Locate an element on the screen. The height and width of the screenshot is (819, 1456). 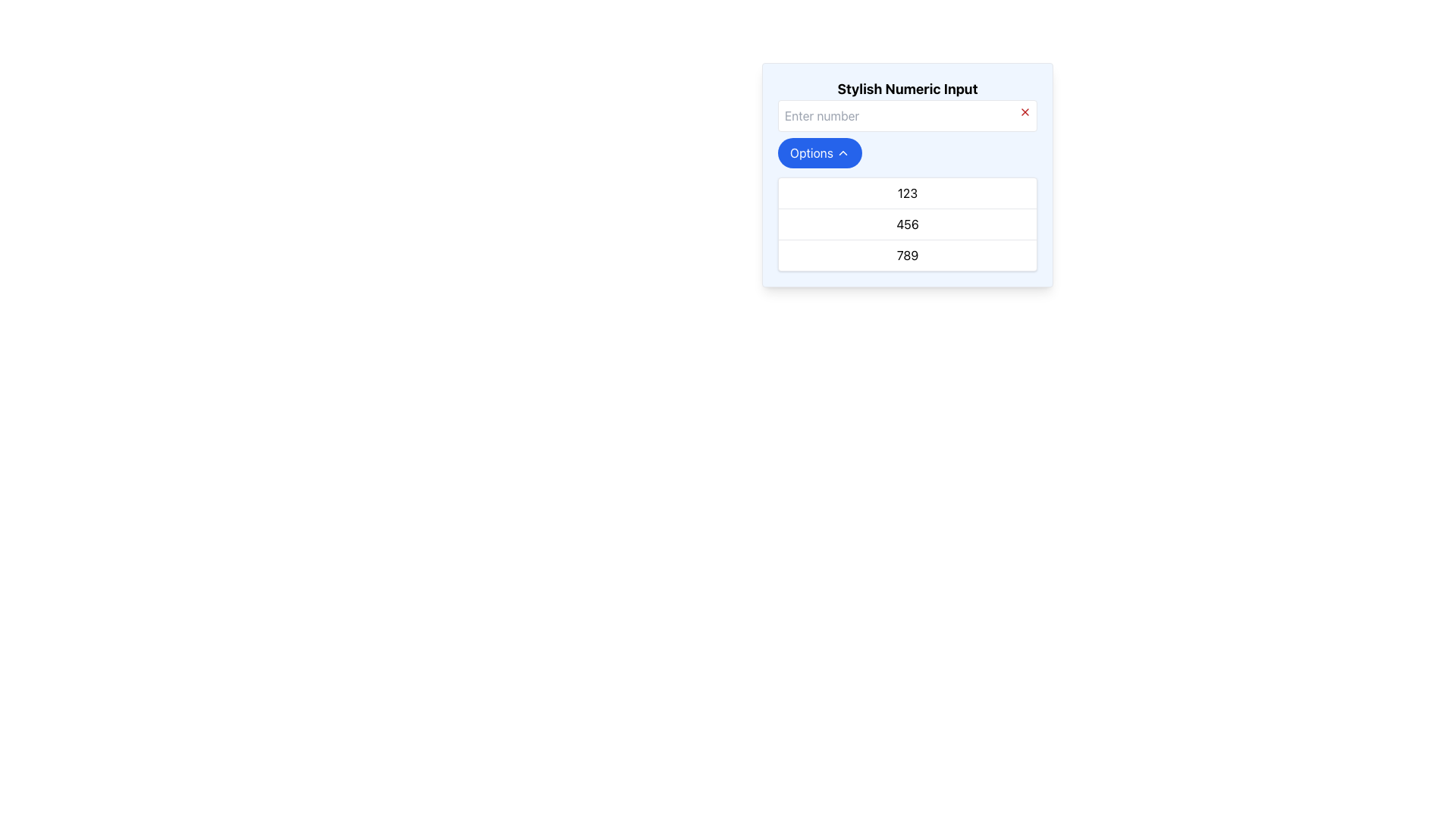
the Text Label that serves as a title for the component, located in the upper middle section of a blue-bordered, rounded rectangle, to enhance accessibility is located at coordinates (907, 89).